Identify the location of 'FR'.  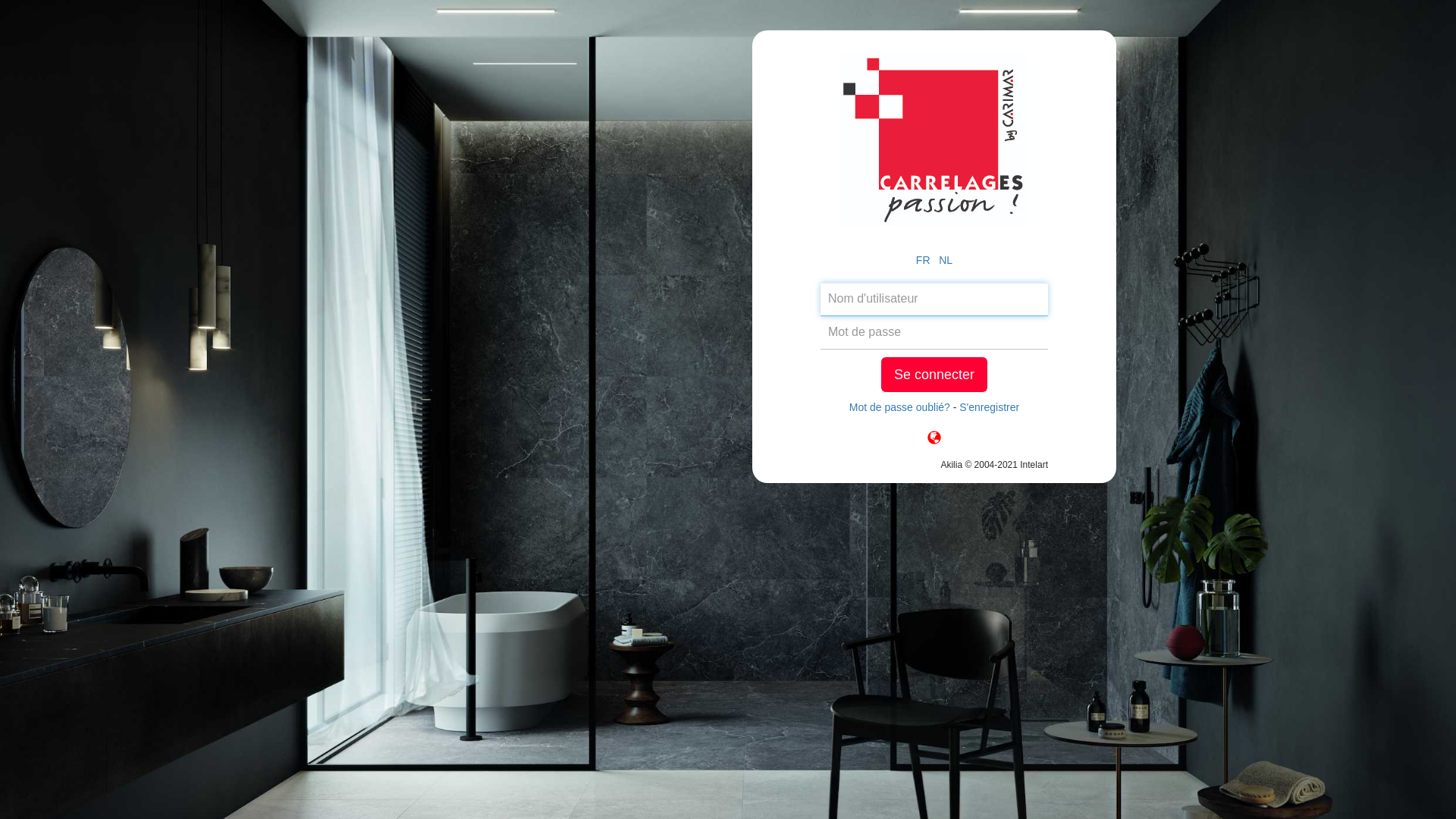
(922, 259).